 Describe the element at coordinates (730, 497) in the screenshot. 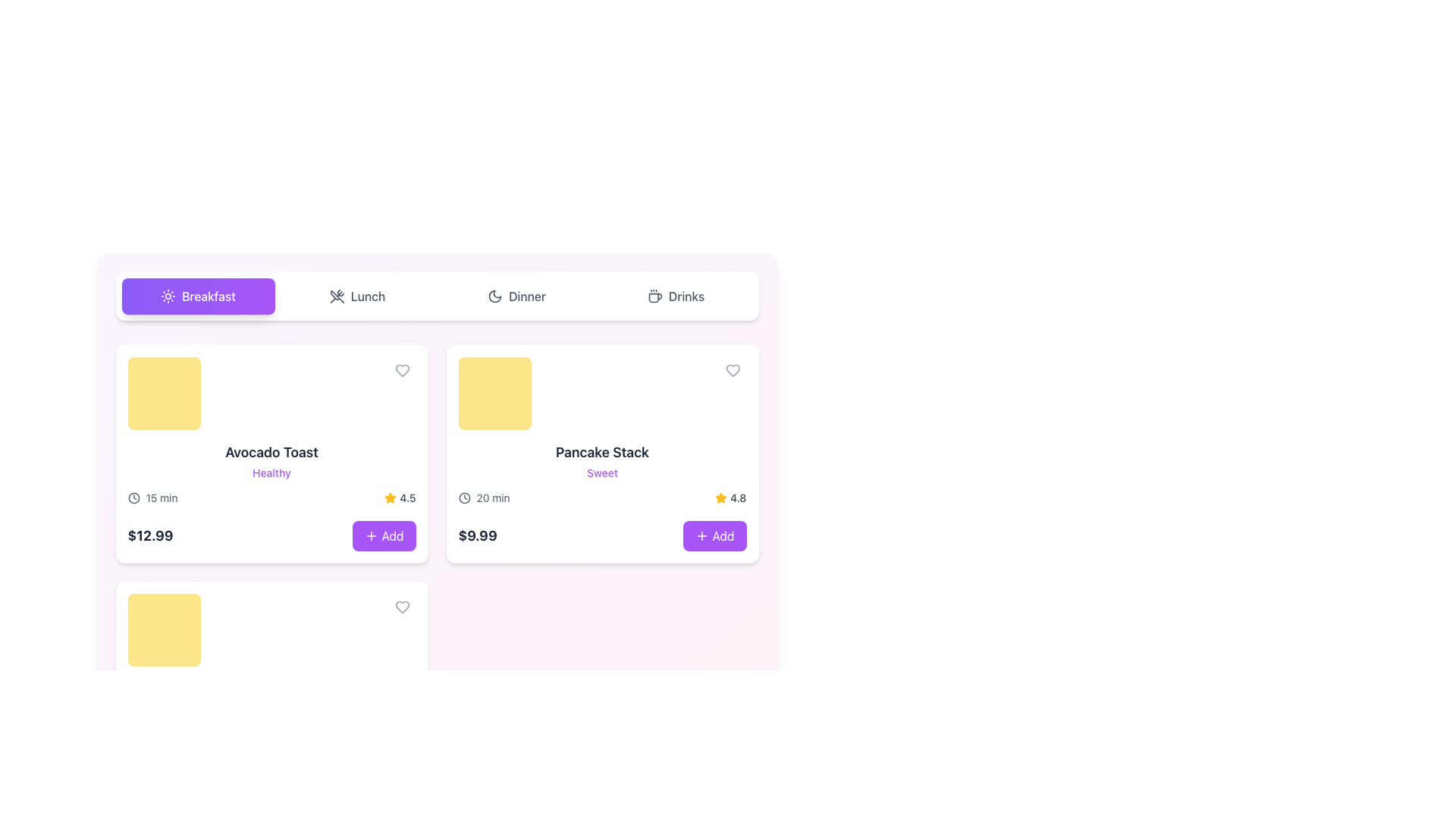

I see `rating value '4.8' displayed next to the gold-colored star icon in the rating display located below the name 'Pancake Stack' on the right card of a two-card row layout` at that location.